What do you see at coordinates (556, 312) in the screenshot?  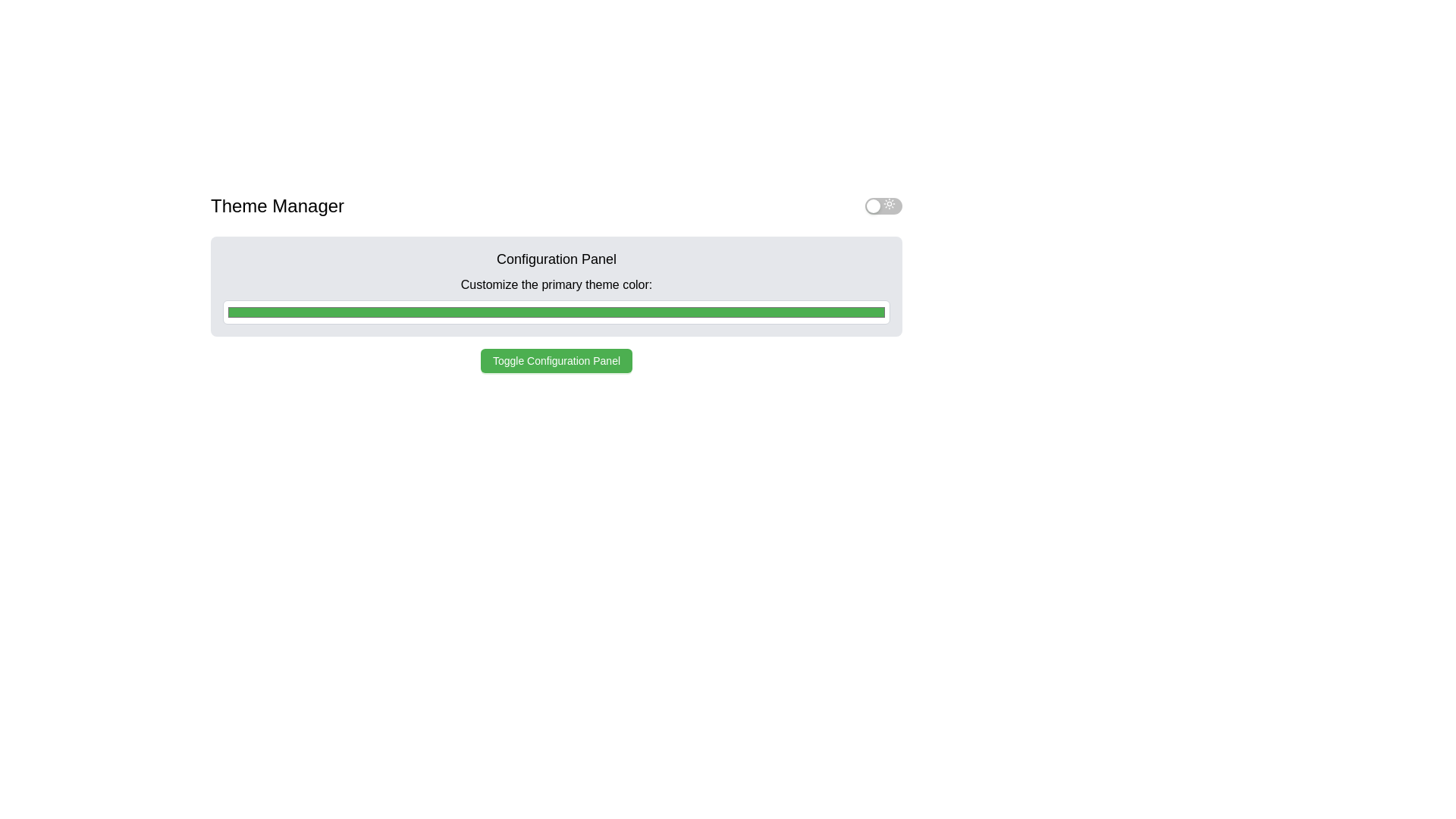 I see `the Color input field with a green background and light gray outline` at bounding box center [556, 312].